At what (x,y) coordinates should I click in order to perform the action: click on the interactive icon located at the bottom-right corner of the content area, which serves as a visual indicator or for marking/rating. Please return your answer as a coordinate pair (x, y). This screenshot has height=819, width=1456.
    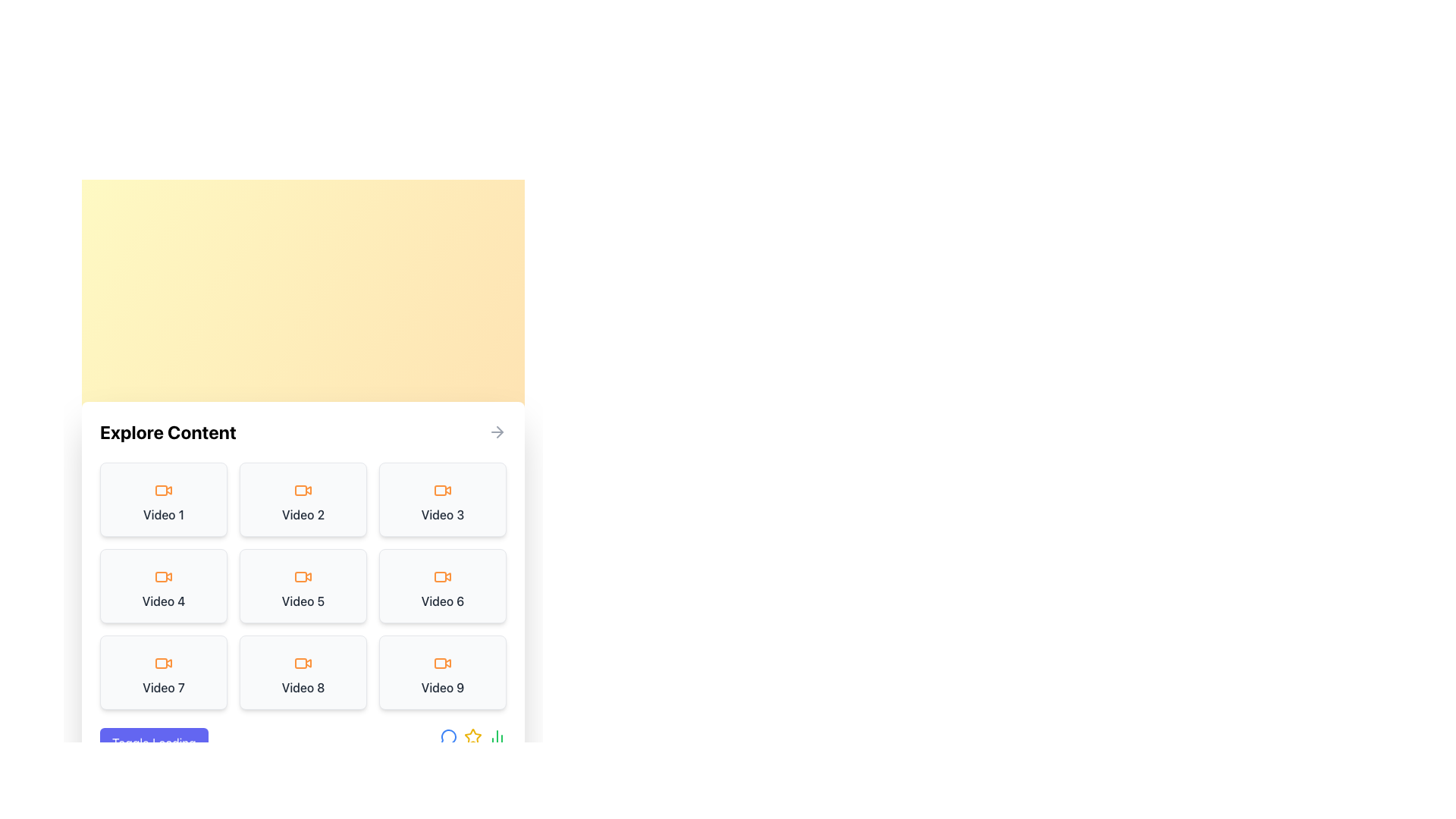
    Looking at the image, I should click on (472, 736).